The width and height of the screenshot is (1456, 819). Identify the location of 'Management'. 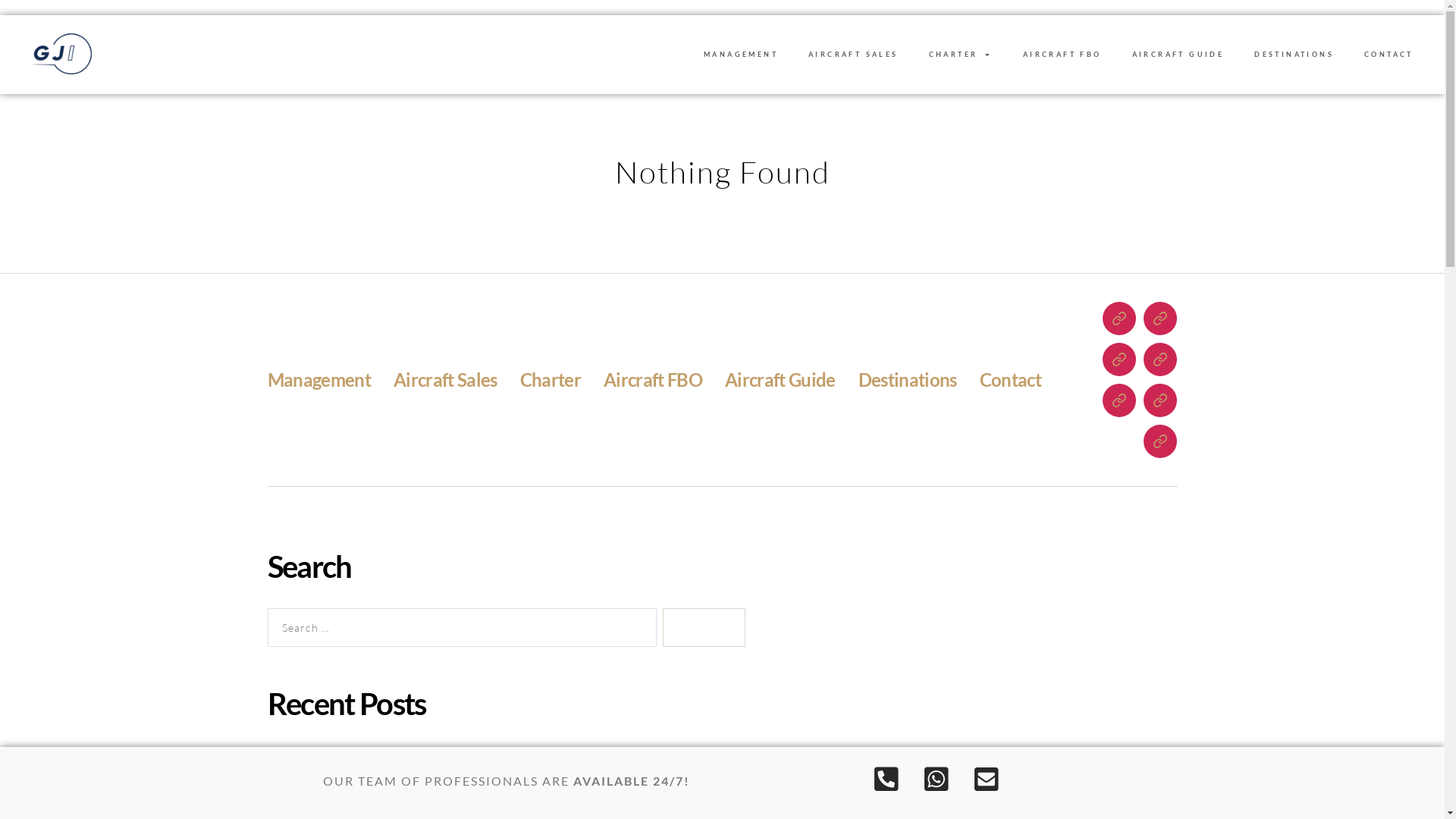
(318, 378).